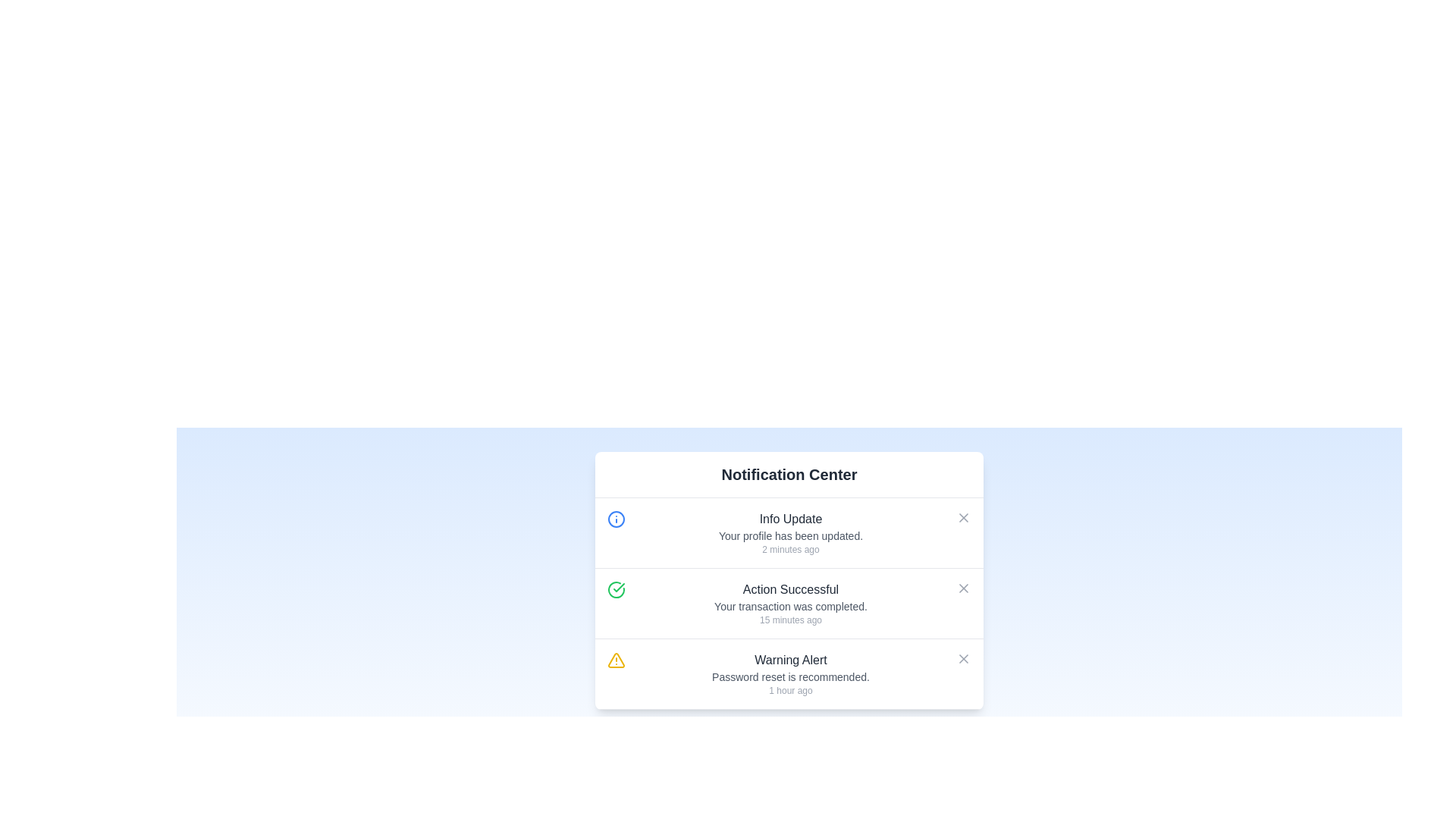 The width and height of the screenshot is (1456, 819). What do you see at coordinates (789, 519) in the screenshot?
I see `the static text label 'Info Update' which is styled with a medium-weight font and dark gray color, located at the top of the first notification item in the notification list` at bounding box center [789, 519].